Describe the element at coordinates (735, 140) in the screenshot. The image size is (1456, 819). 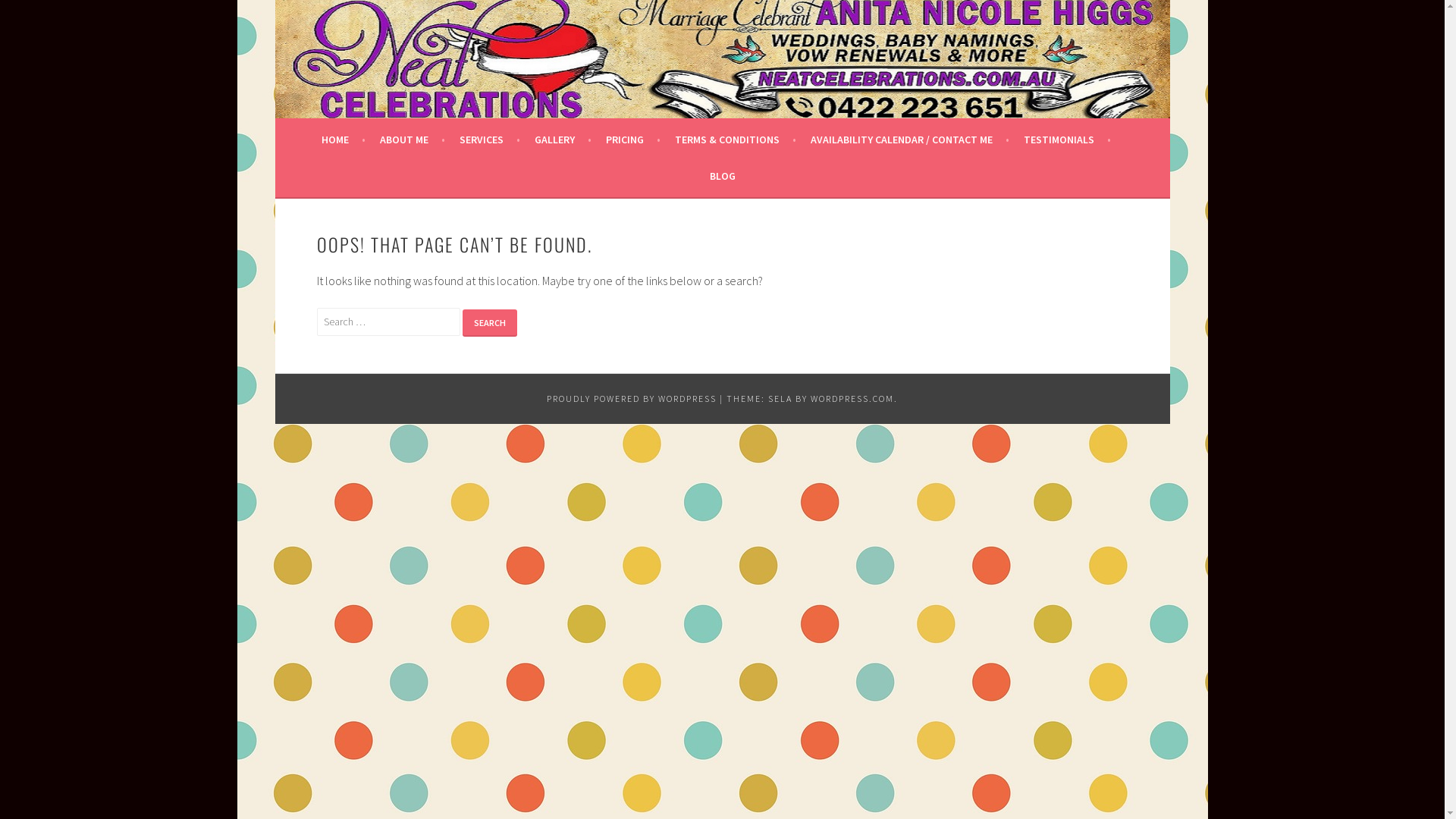
I see `'TERMS & CONDITIONS'` at that location.